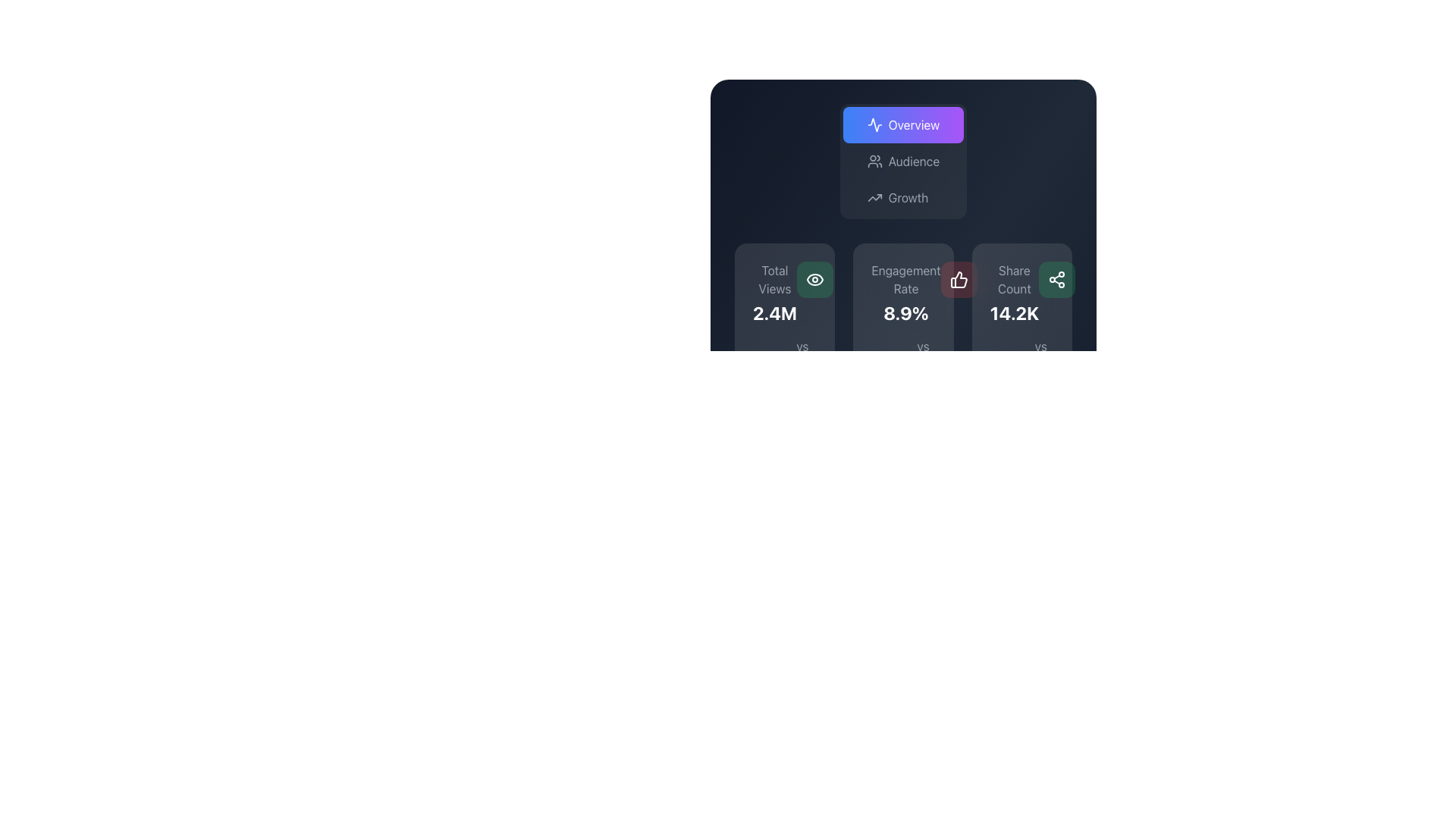  Describe the element at coordinates (874, 197) in the screenshot. I see `the upward-trending arrow icon next to the text 'Growth' in the options list` at that location.